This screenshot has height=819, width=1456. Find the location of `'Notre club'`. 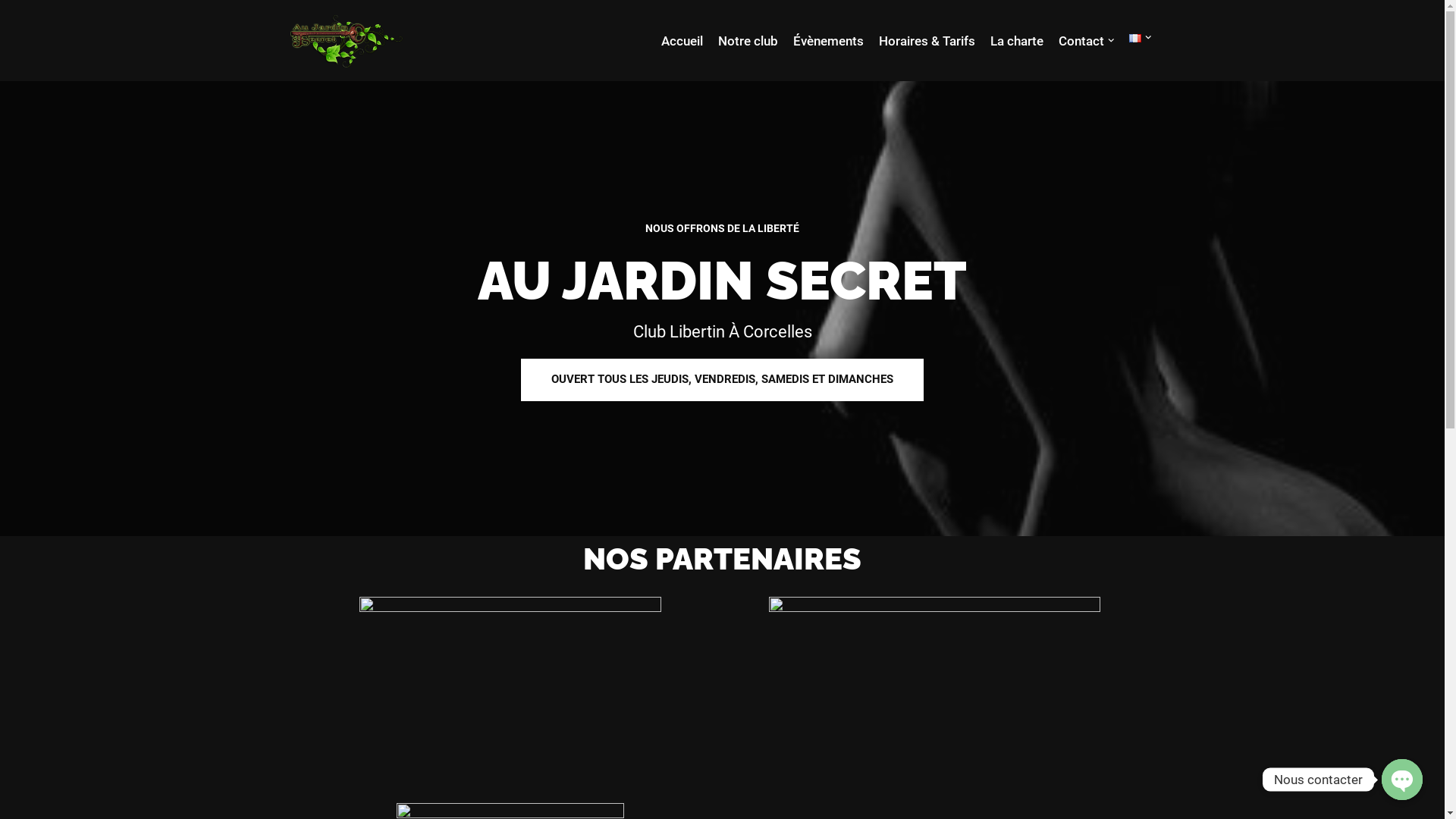

'Notre club' is located at coordinates (747, 40).